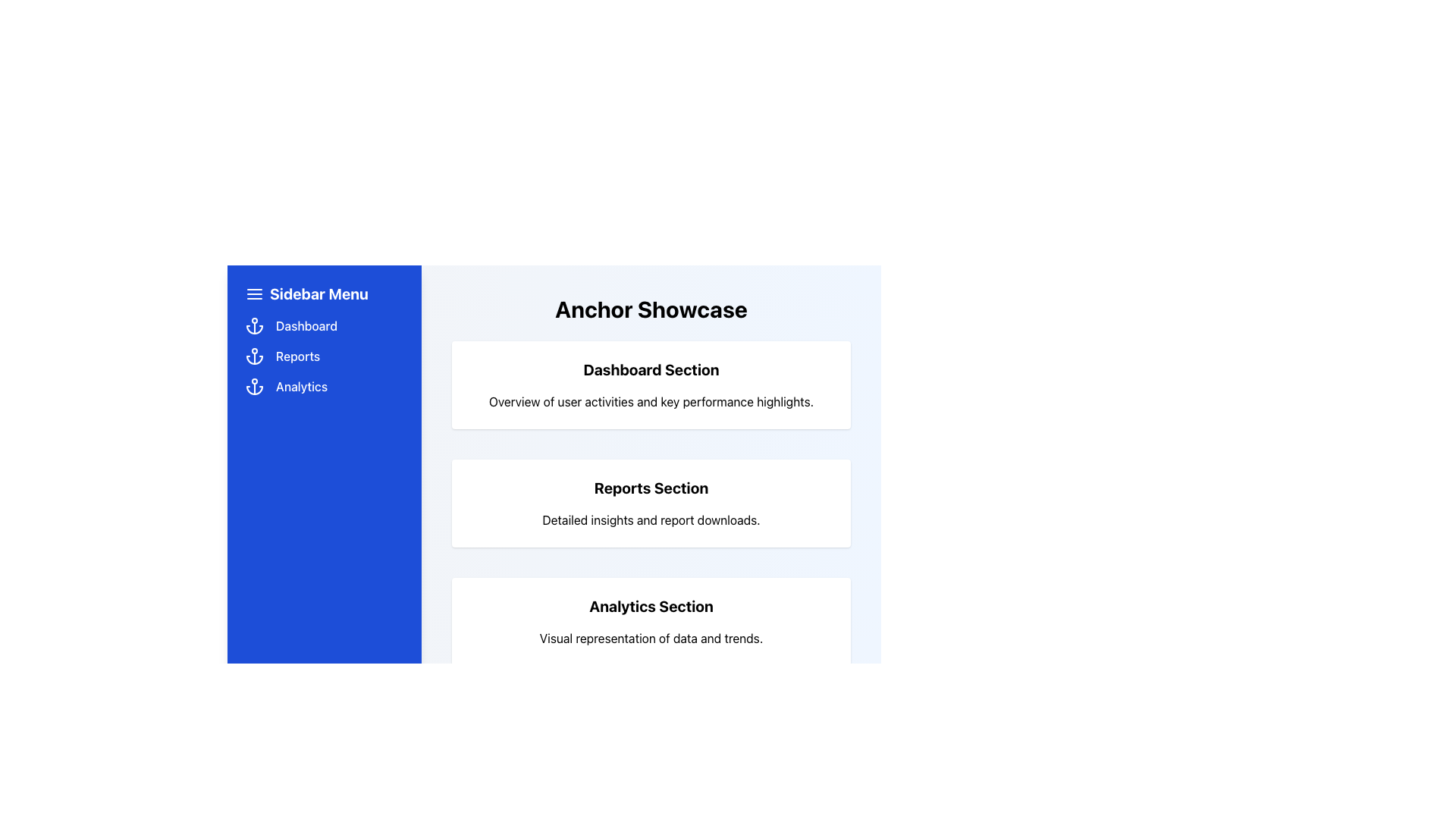 Image resolution: width=1456 pixels, height=819 pixels. I want to click on the 'Reports Section' text label, which is styled in bold and large font, located at the top of the second card in the vertically stacked list, so click(651, 488).